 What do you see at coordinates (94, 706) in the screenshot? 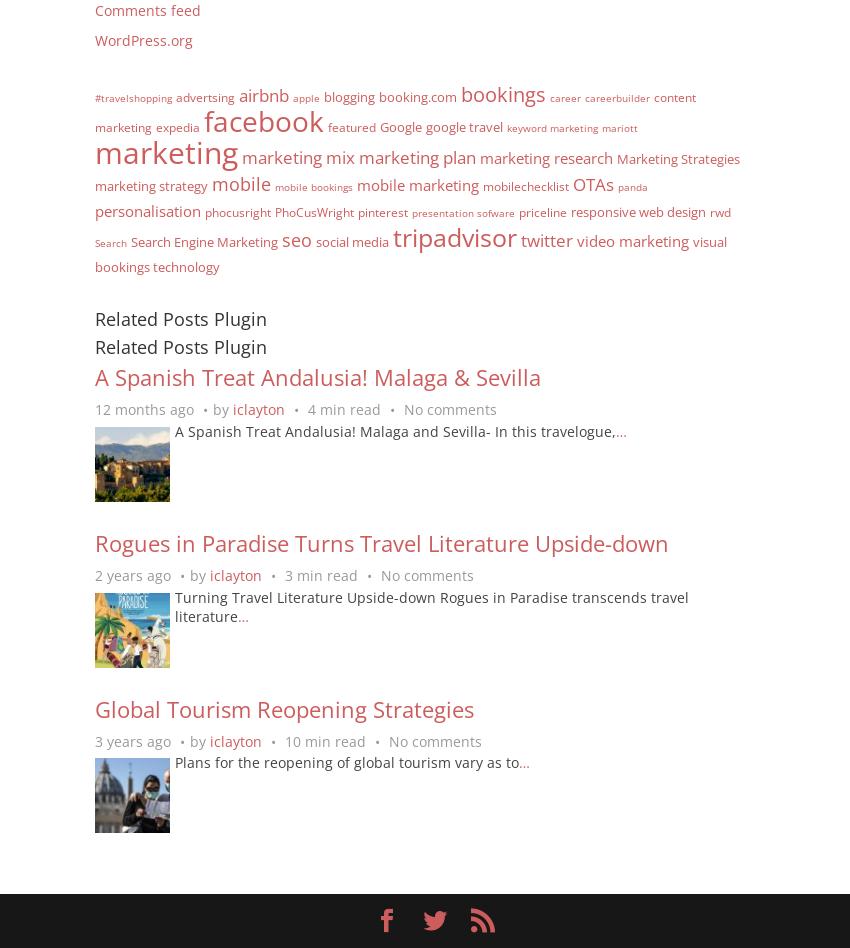
I see `'Global Tourism Reopening Strategies'` at bounding box center [94, 706].